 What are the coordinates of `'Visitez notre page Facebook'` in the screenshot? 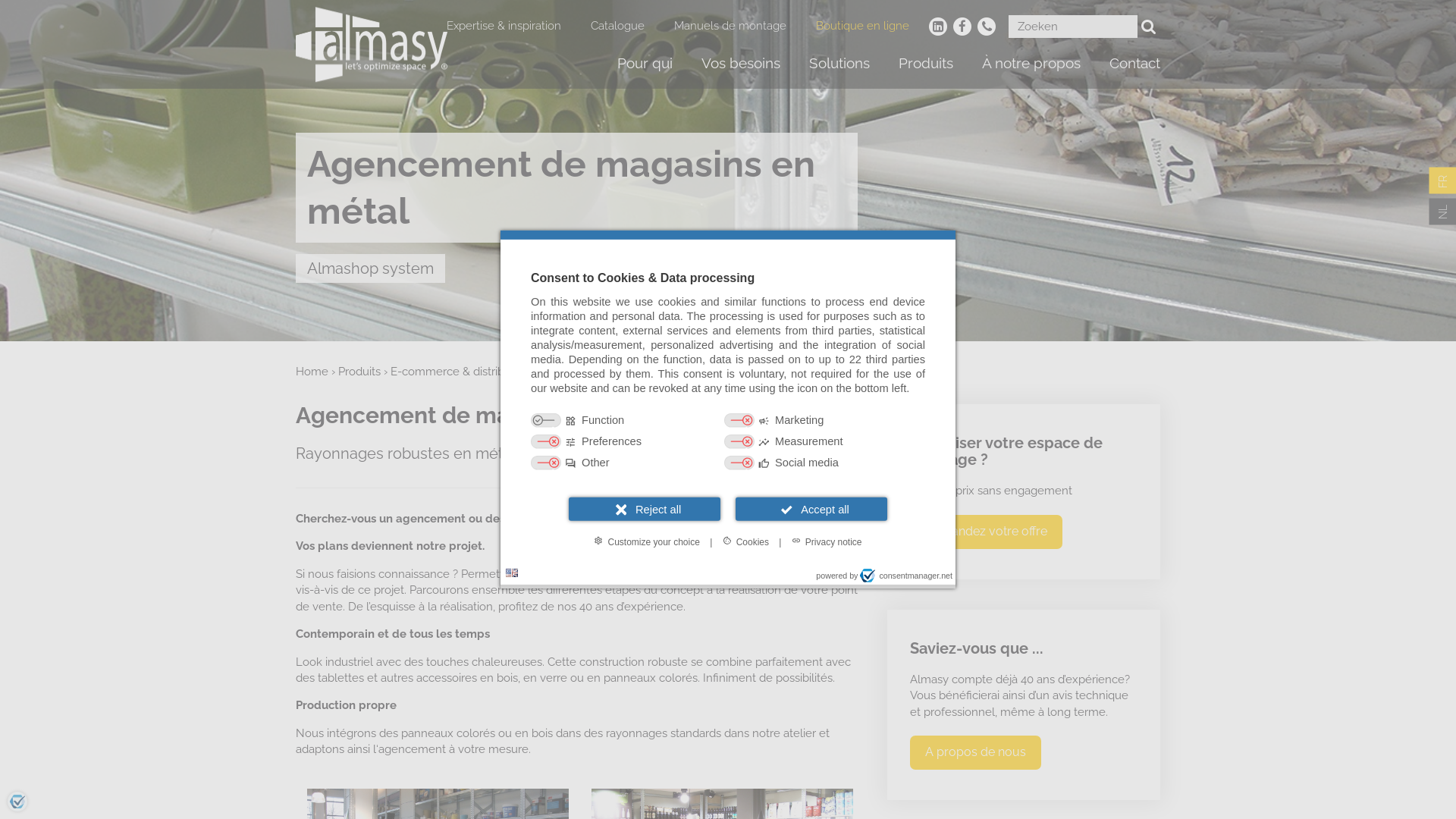 It's located at (961, 26).